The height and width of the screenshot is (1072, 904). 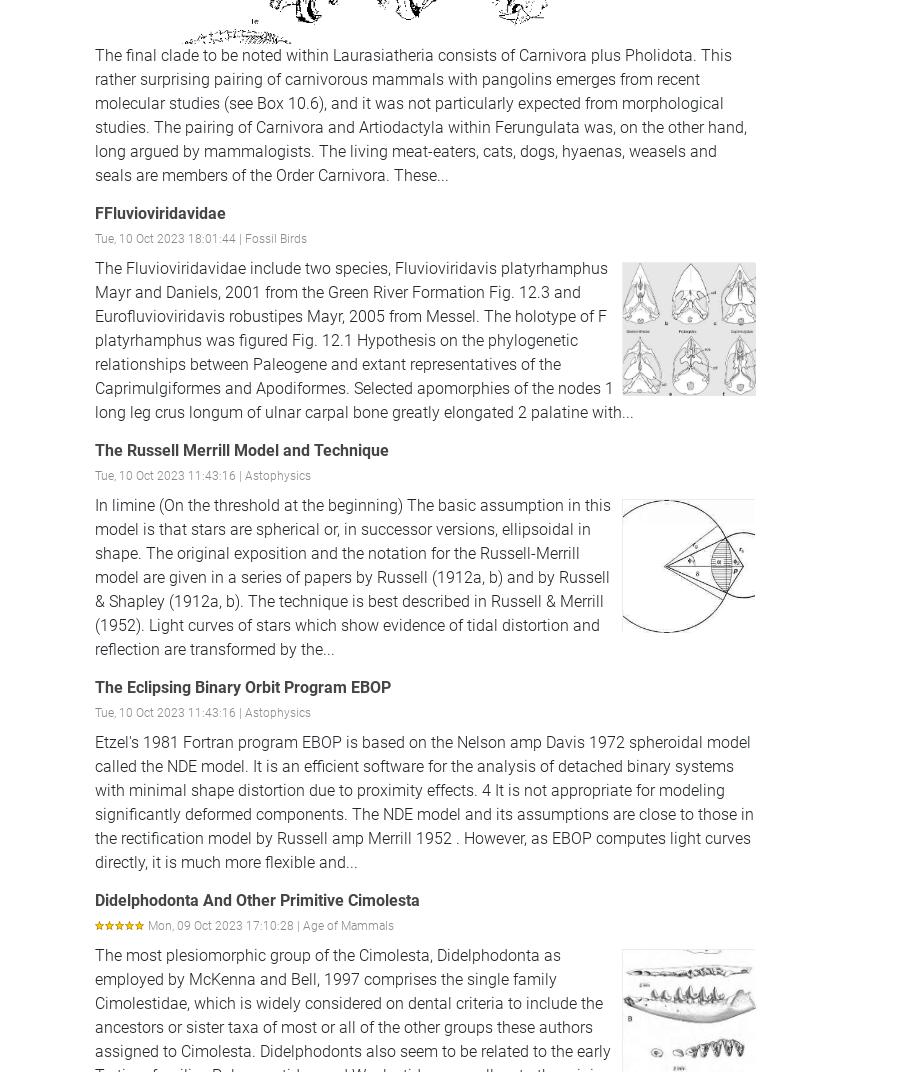 What do you see at coordinates (241, 448) in the screenshot?
I see `'The Russell Merrill Model and Technique'` at bounding box center [241, 448].